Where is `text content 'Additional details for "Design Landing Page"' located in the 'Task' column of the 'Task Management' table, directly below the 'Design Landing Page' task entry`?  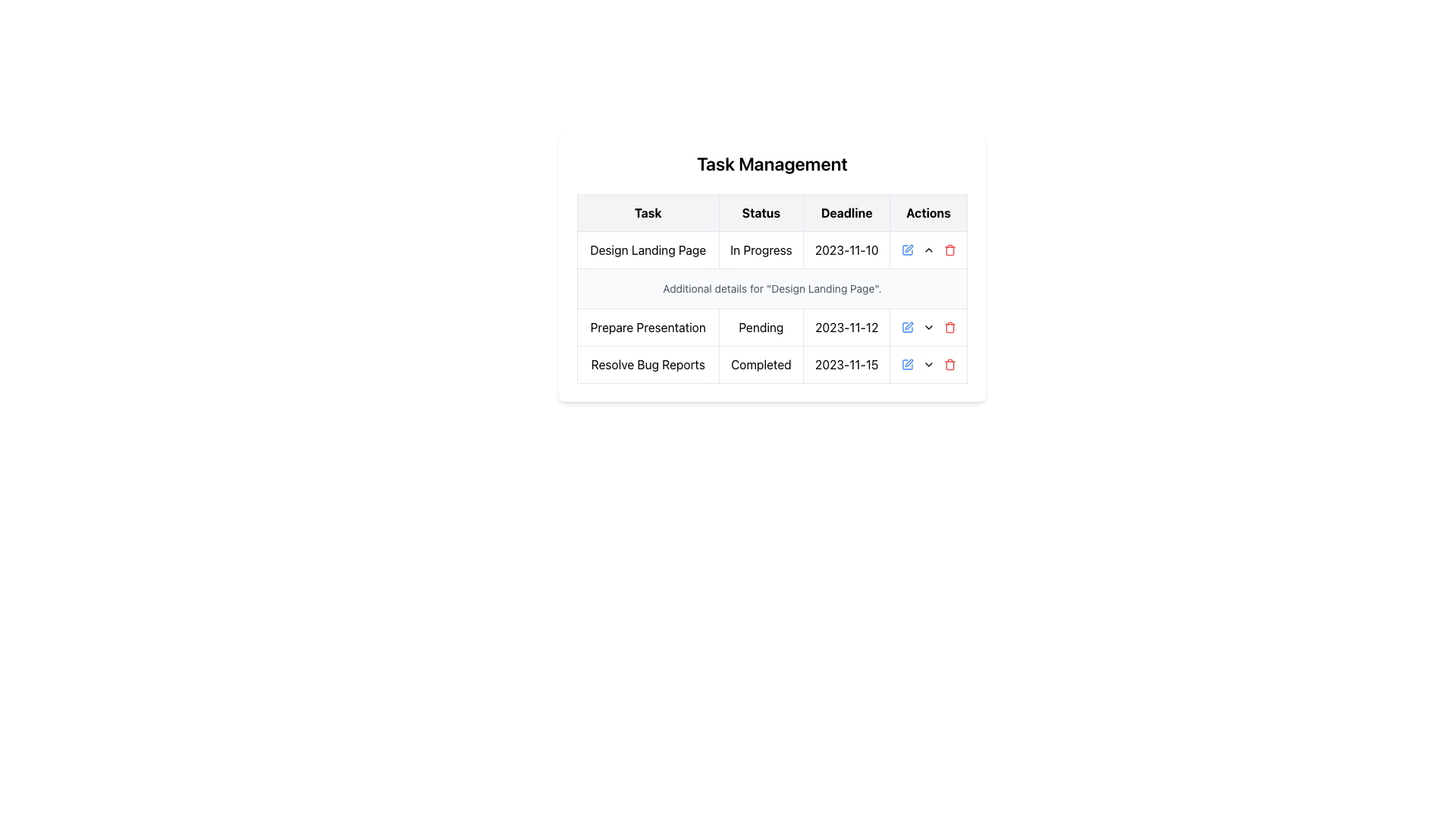 text content 'Additional details for "Design Landing Page"' located in the 'Task' column of the 'Task Management' table, directly below the 'Design Landing Page' task entry is located at coordinates (772, 289).